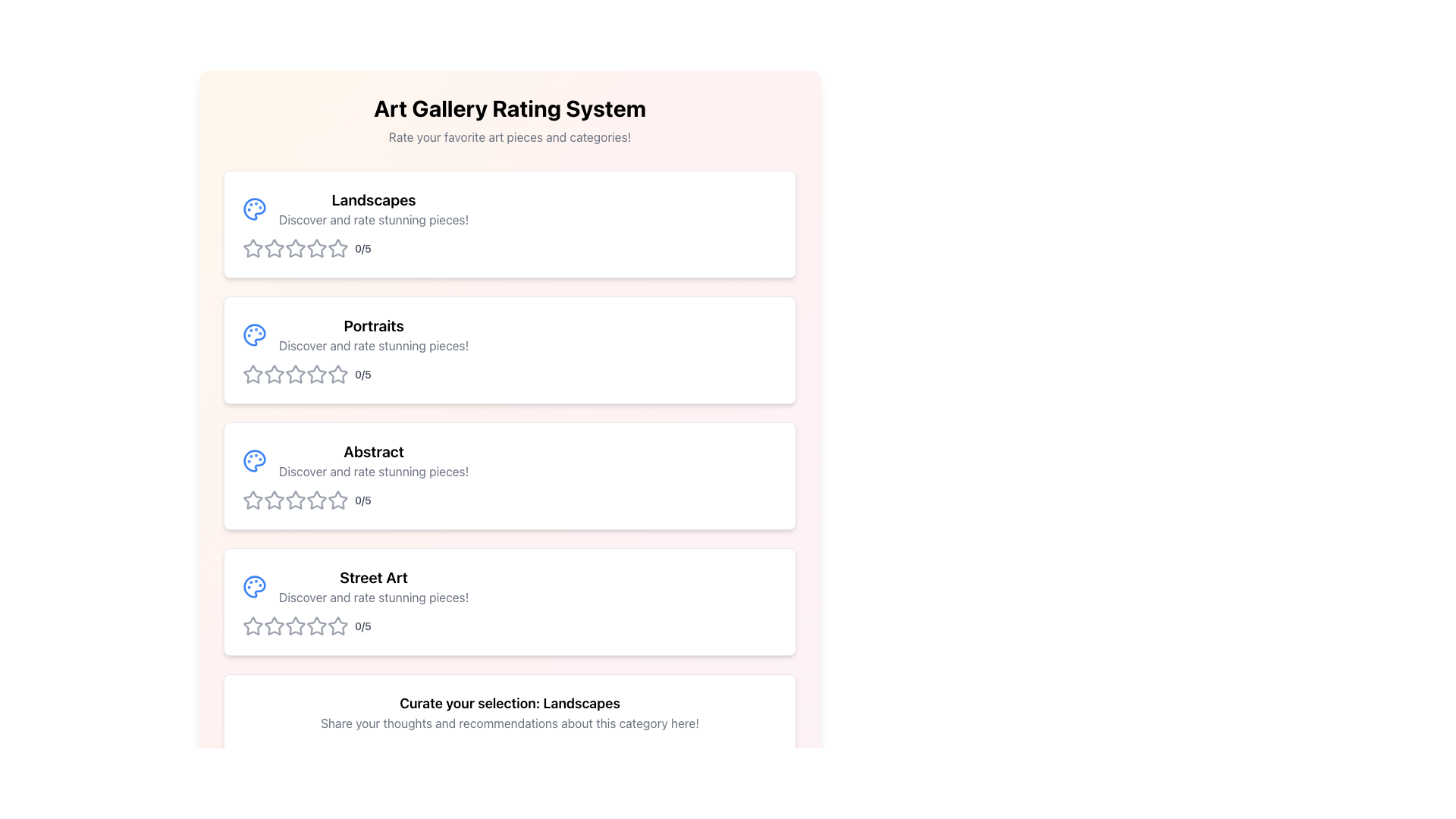 This screenshot has width=1456, height=819. I want to click on text block displaying 'Landscapes' and 'Discover and rate stunning pieces!' which is the first descriptor in a list of categories, so click(374, 209).